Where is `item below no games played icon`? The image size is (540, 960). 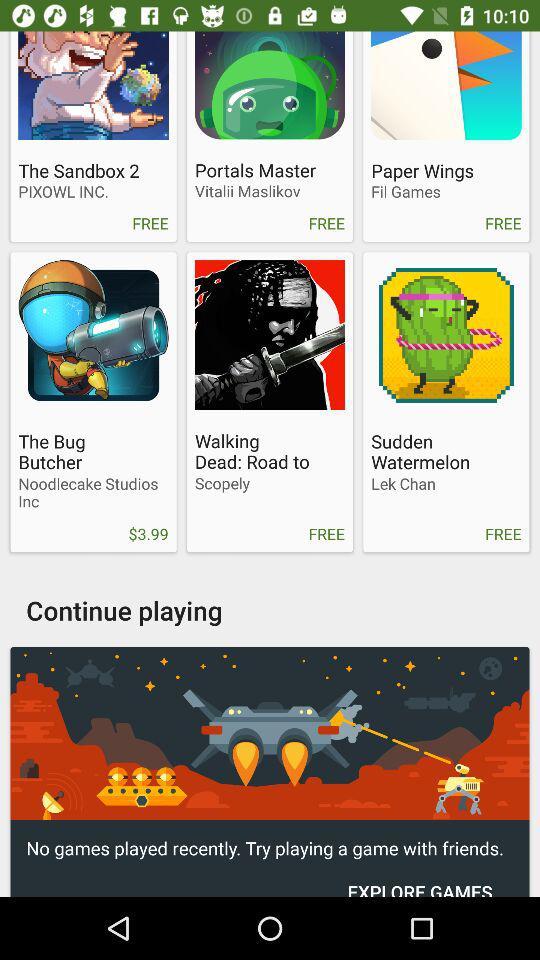
item below no games played icon is located at coordinates (419, 877).